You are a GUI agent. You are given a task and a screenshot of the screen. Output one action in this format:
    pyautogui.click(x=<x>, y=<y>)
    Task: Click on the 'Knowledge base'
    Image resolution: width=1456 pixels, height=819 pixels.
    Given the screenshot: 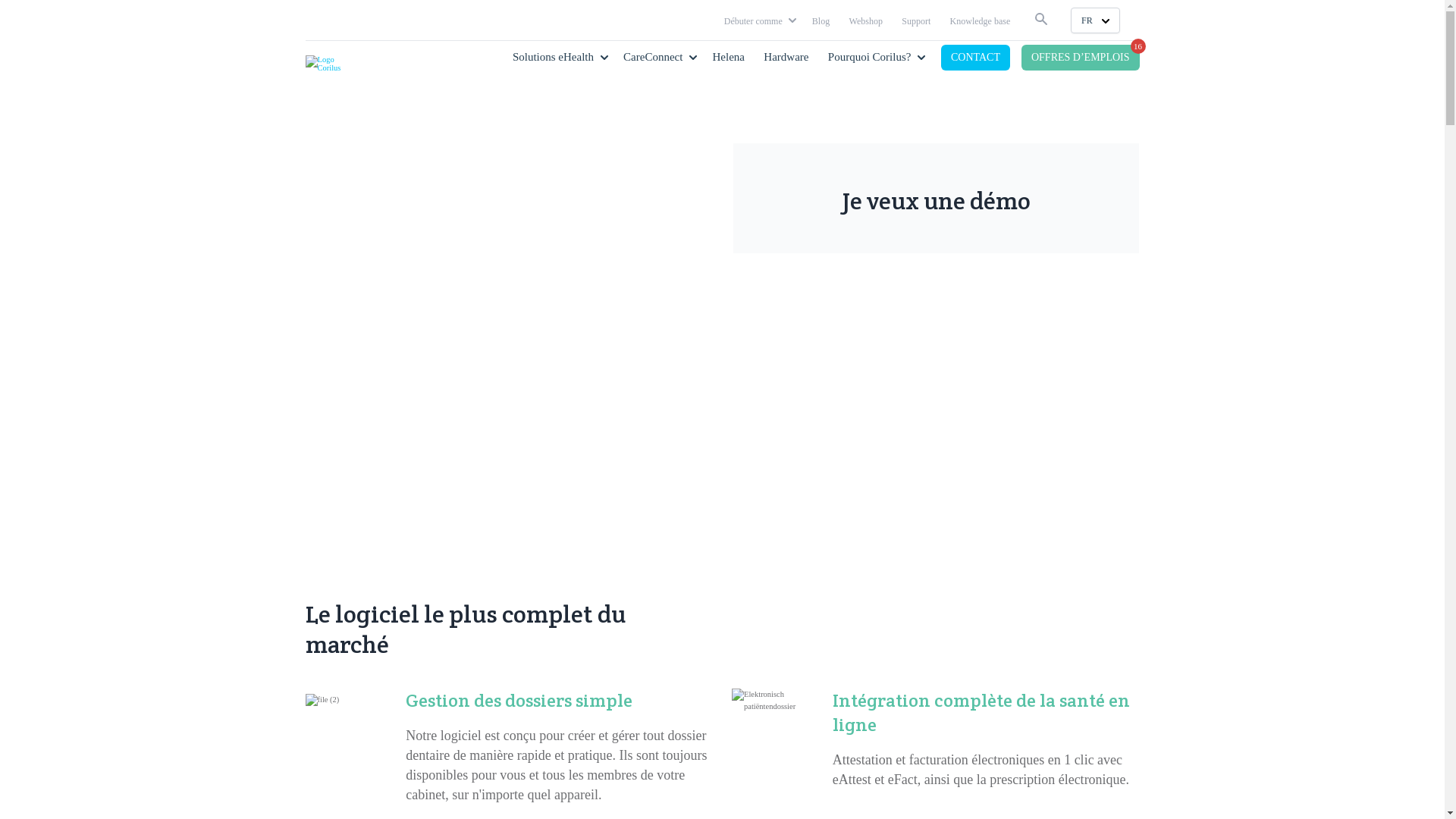 What is the action you would take?
    pyautogui.click(x=980, y=20)
    